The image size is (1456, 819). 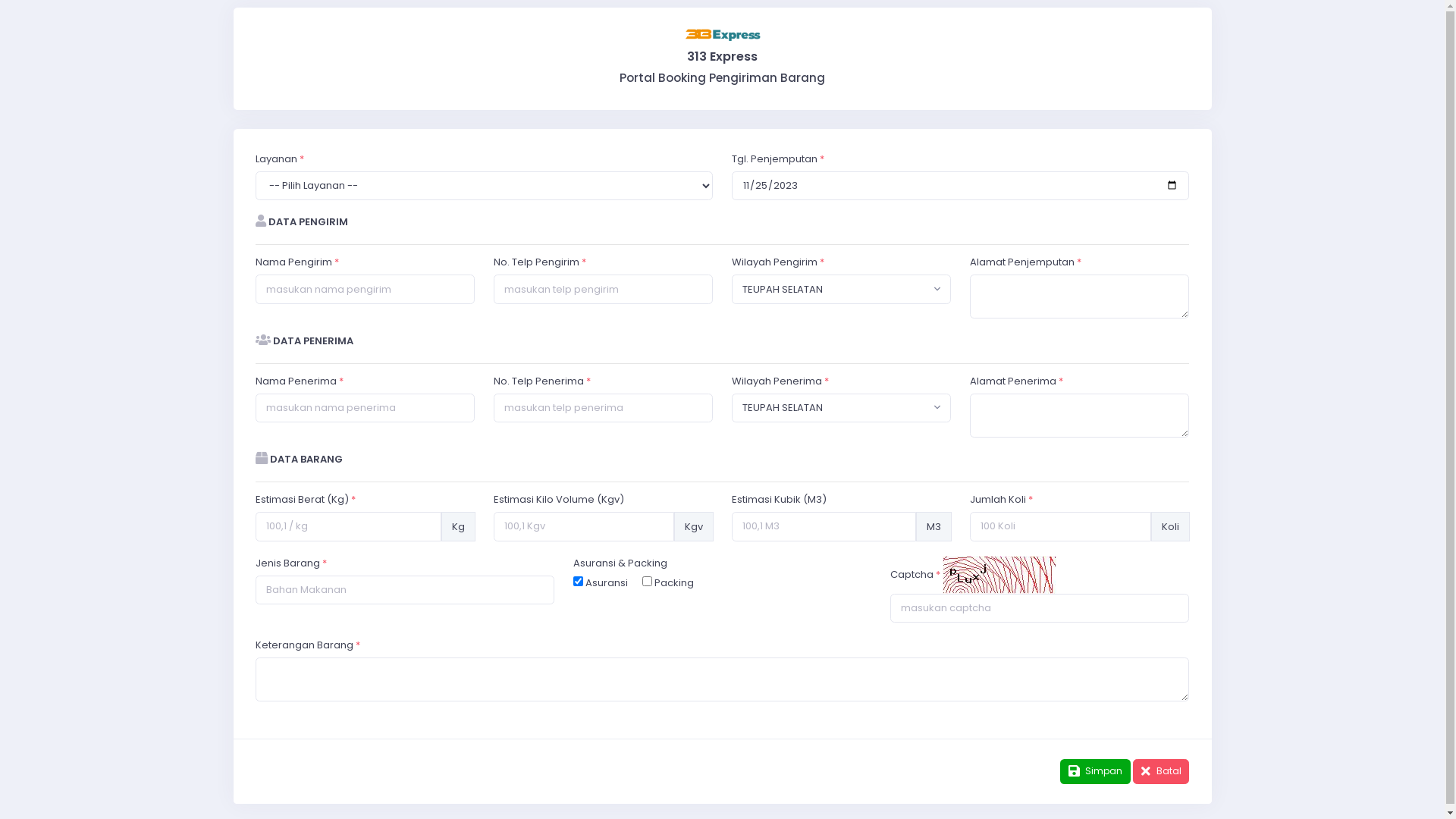 I want to click on 'Batal', so click(x=1132, y=771).